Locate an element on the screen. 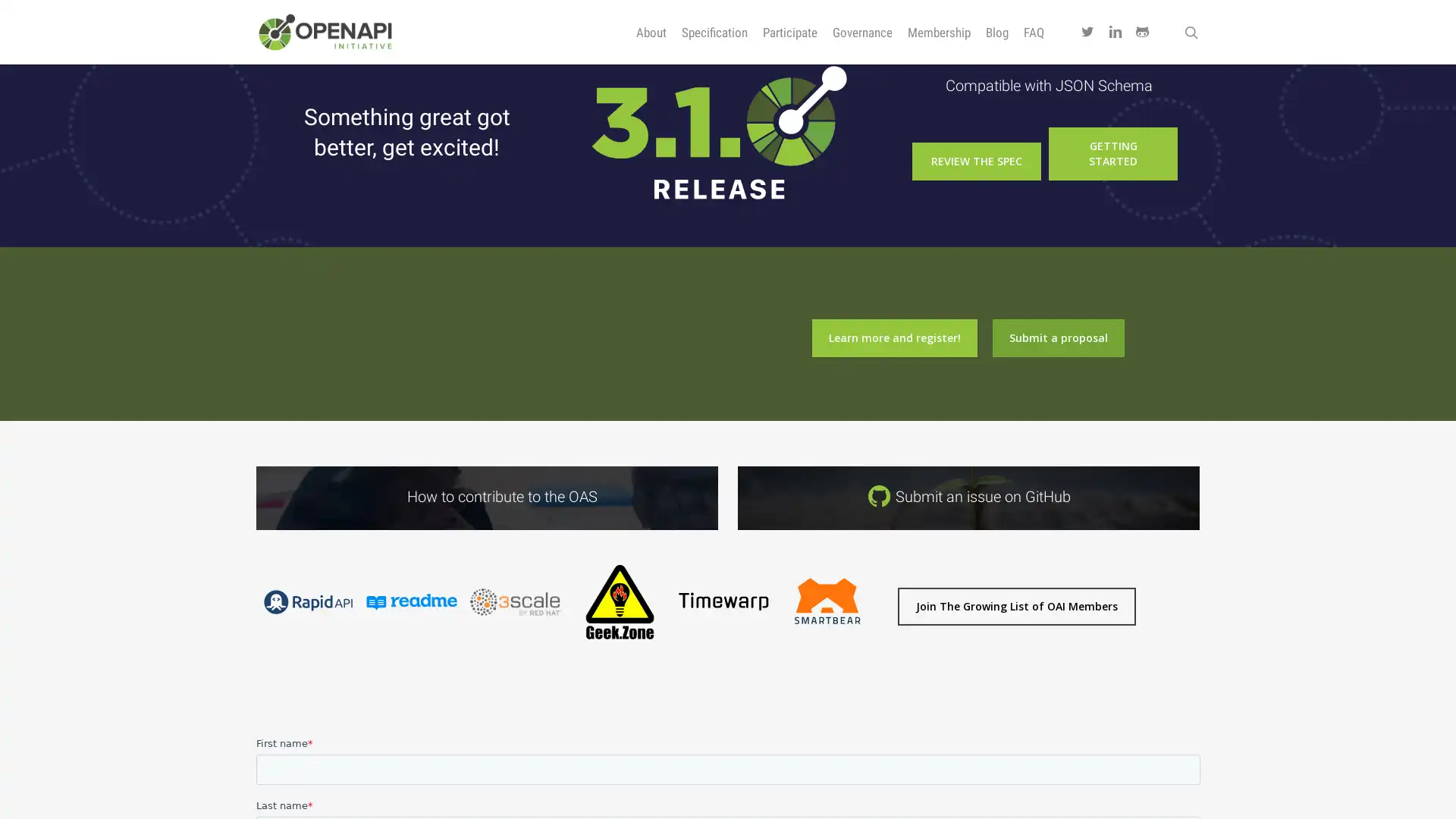  Next is located at coordinates (886, 651).